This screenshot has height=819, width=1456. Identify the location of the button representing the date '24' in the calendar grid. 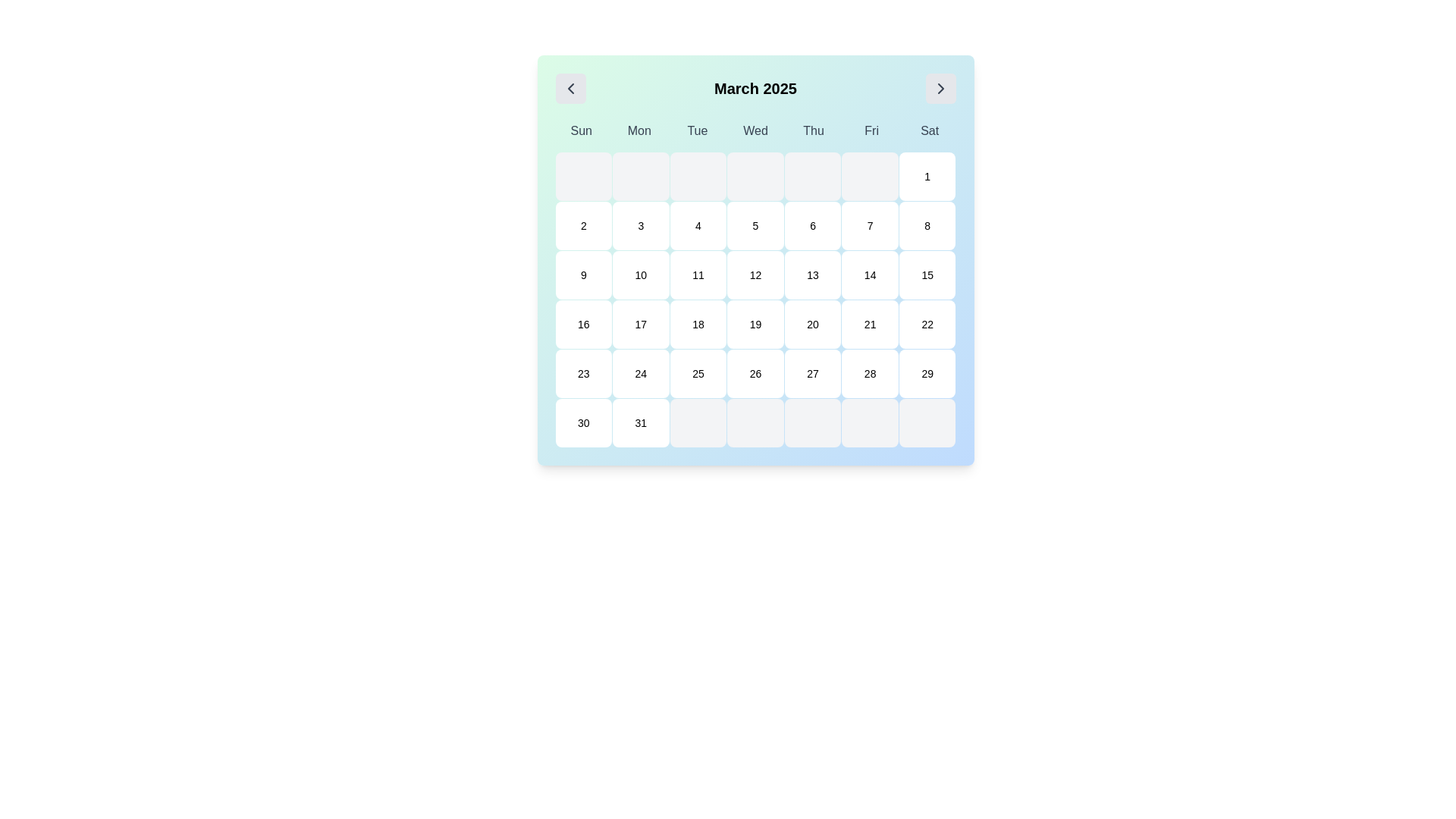
(641, 374).